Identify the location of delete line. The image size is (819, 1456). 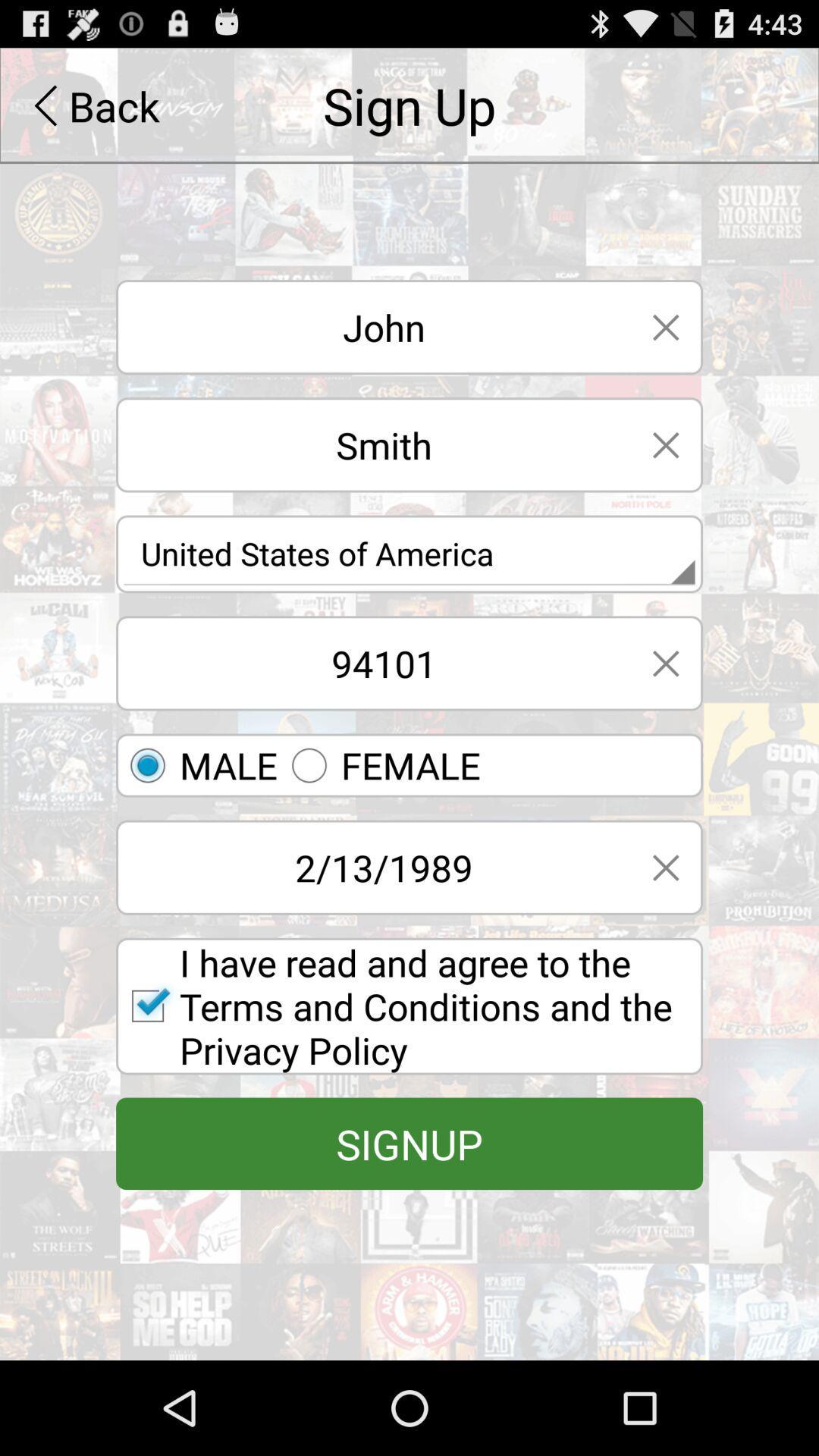
(665, 444).